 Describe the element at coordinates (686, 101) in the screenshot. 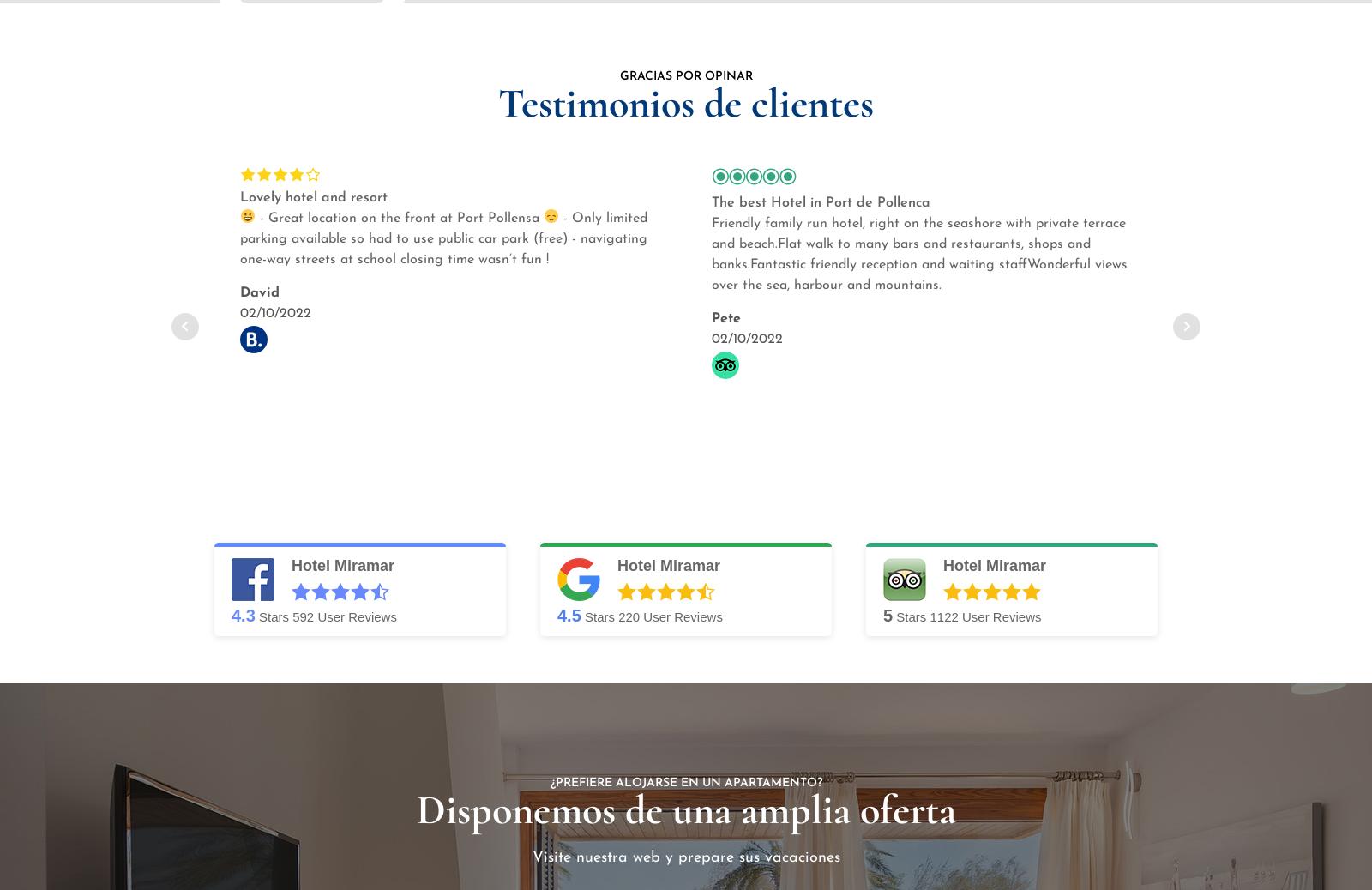

I see `'Testimonios de clientes'` at that location.